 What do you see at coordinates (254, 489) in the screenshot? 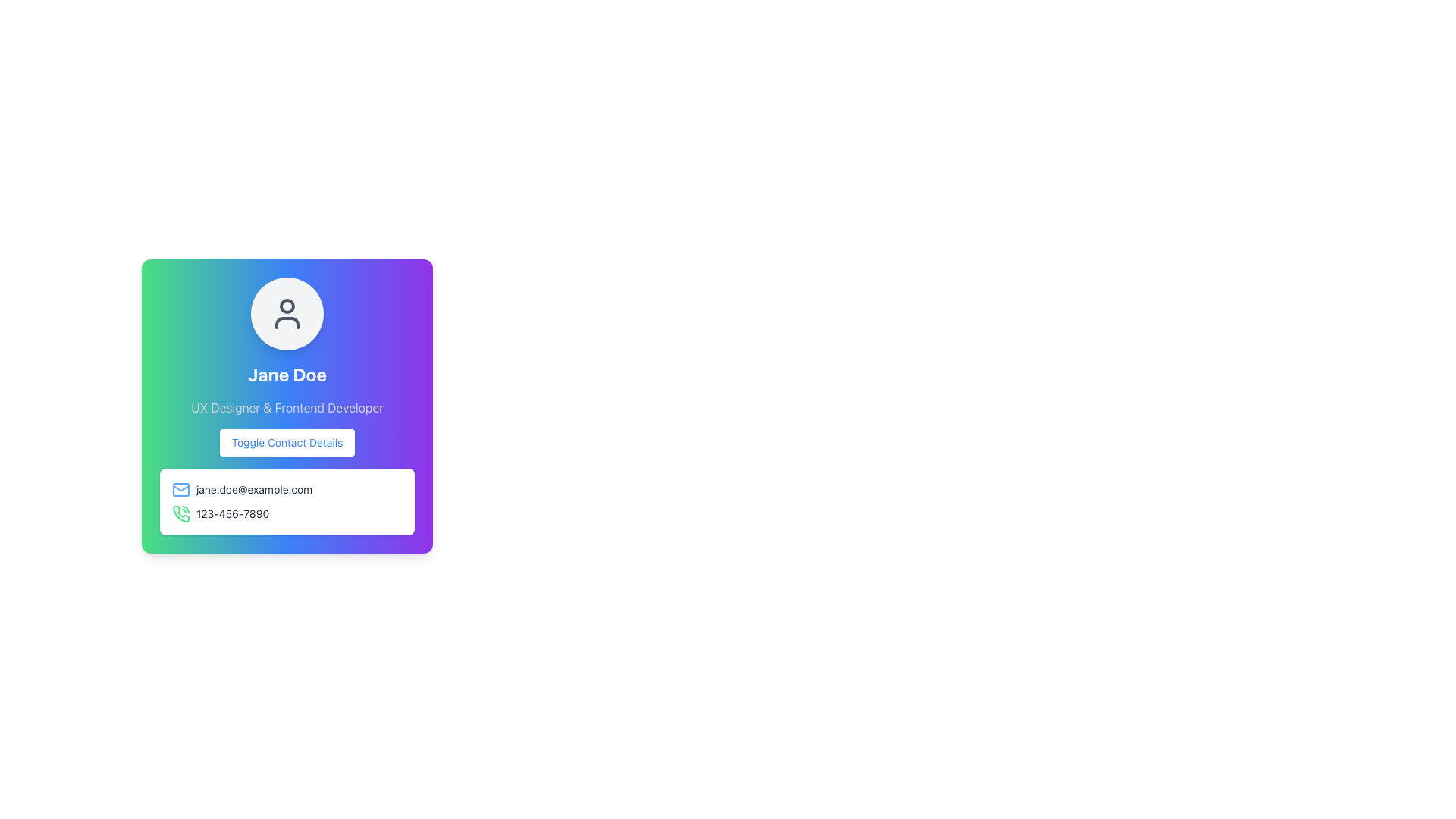
I see `the email address 'jane.doe@example.com' displayed in dark gray color beneath the name 'Jane Doe'` at bounding box center [254, 489].